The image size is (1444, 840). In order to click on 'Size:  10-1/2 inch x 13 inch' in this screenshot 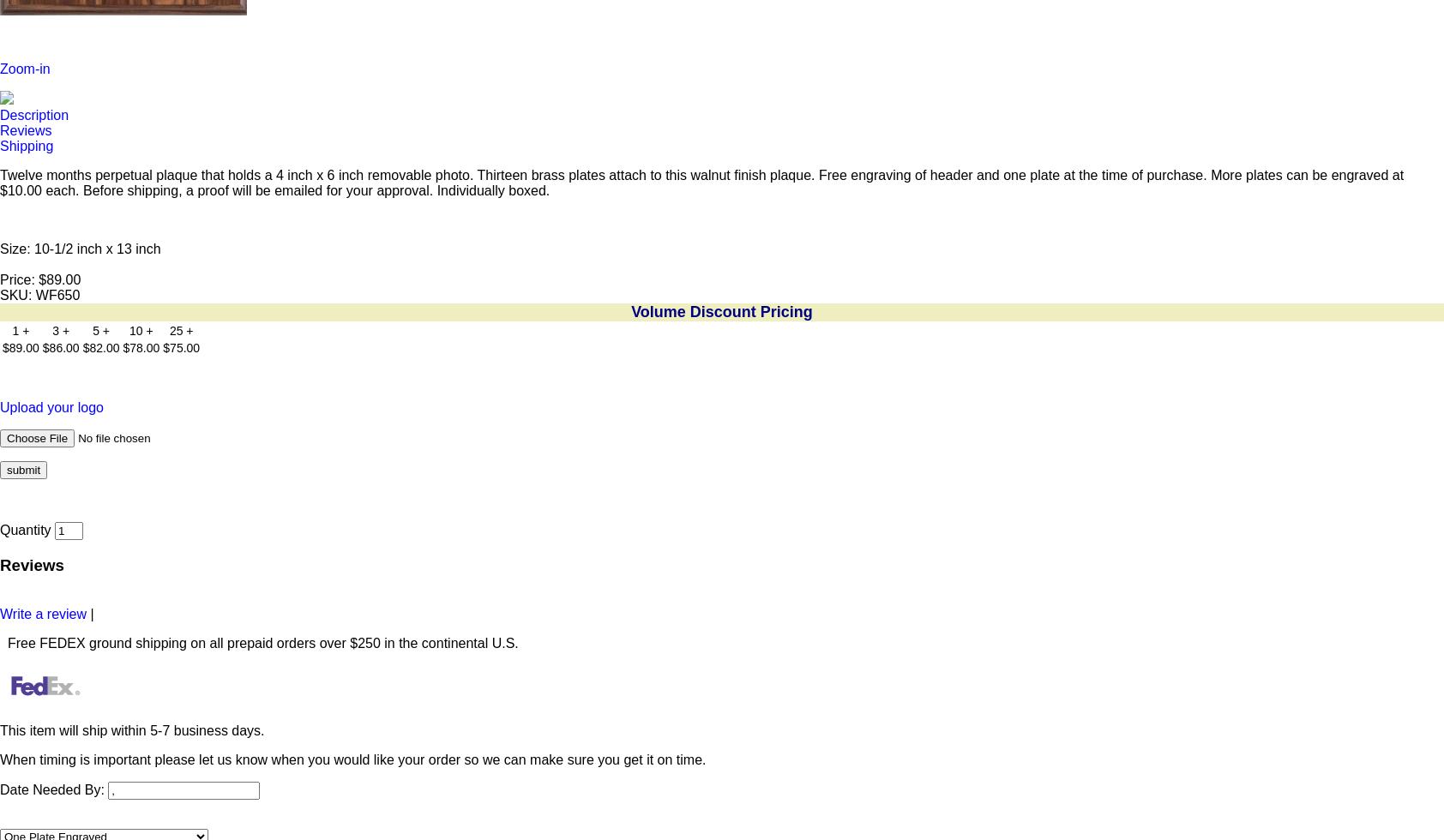, I will do `click(79, 249)`.